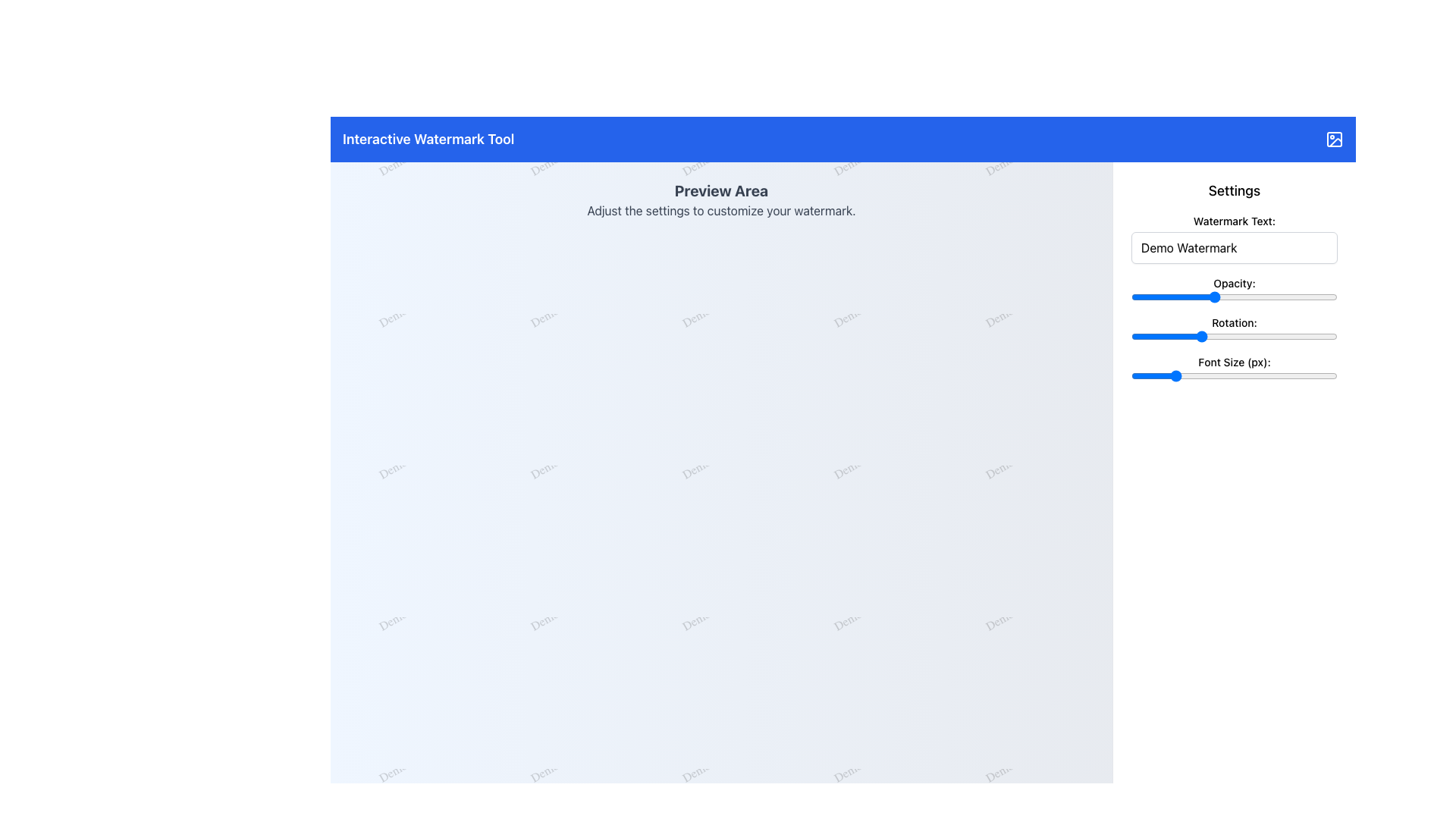 The width and height of the screenshot is (1456, 819). Describe the element at coordinates (1331, 335) in the screenshot. I see `rotation` at that location.